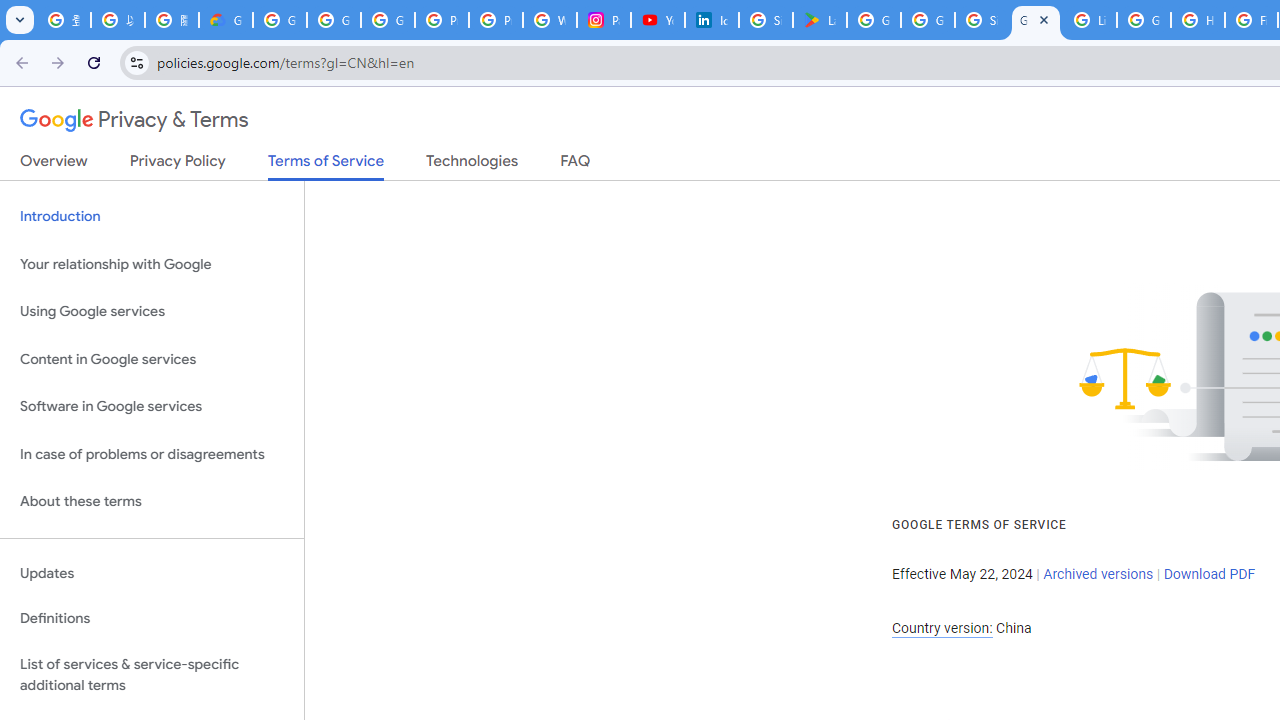  I want to click on 'Google Workspace - Specific Terms', so click(927, 20).